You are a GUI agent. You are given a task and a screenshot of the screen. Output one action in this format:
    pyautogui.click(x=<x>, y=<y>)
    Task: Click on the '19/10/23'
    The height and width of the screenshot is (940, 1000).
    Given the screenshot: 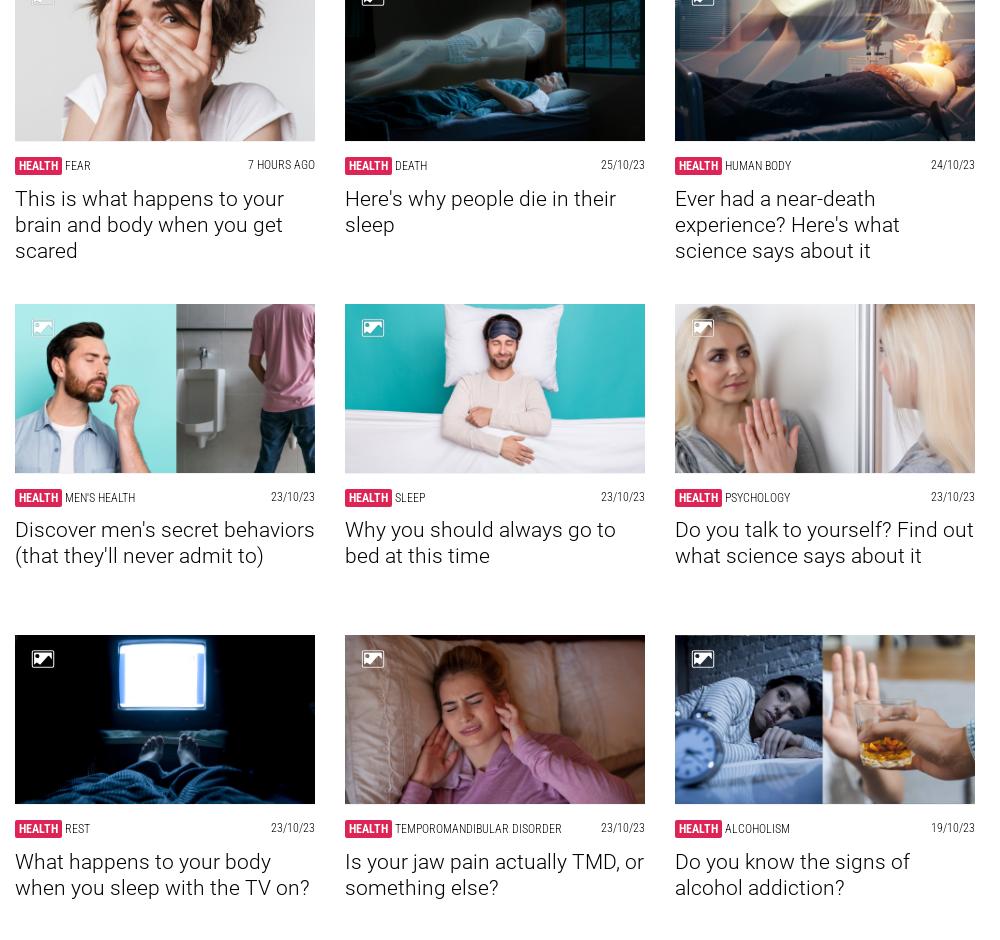 What is the action you would take?
    pyautogui.click(x=952, y=827)
    